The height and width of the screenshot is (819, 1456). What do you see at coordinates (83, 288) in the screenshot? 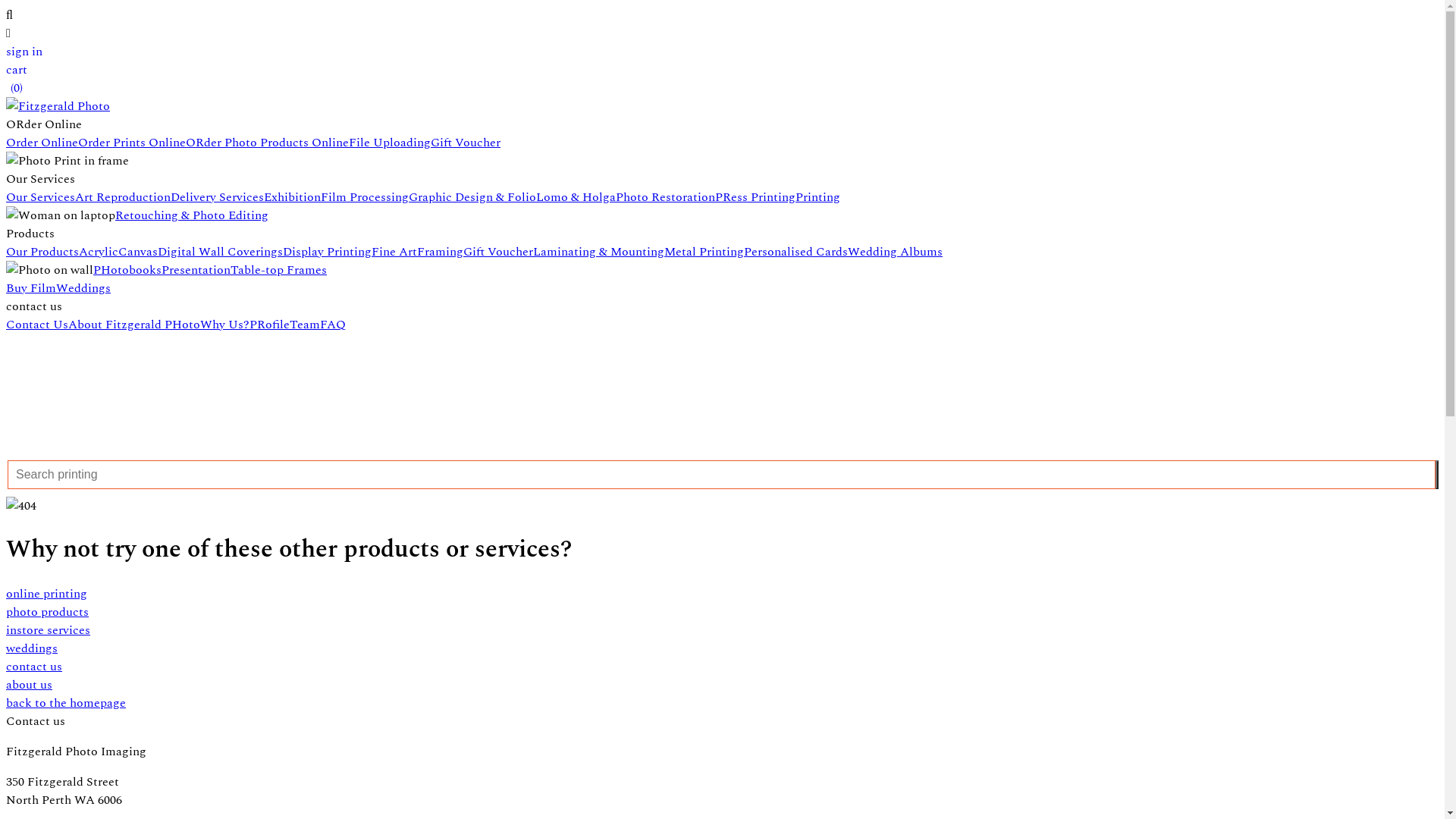
I see `'Weddings'` at bounding box center [83, 288].